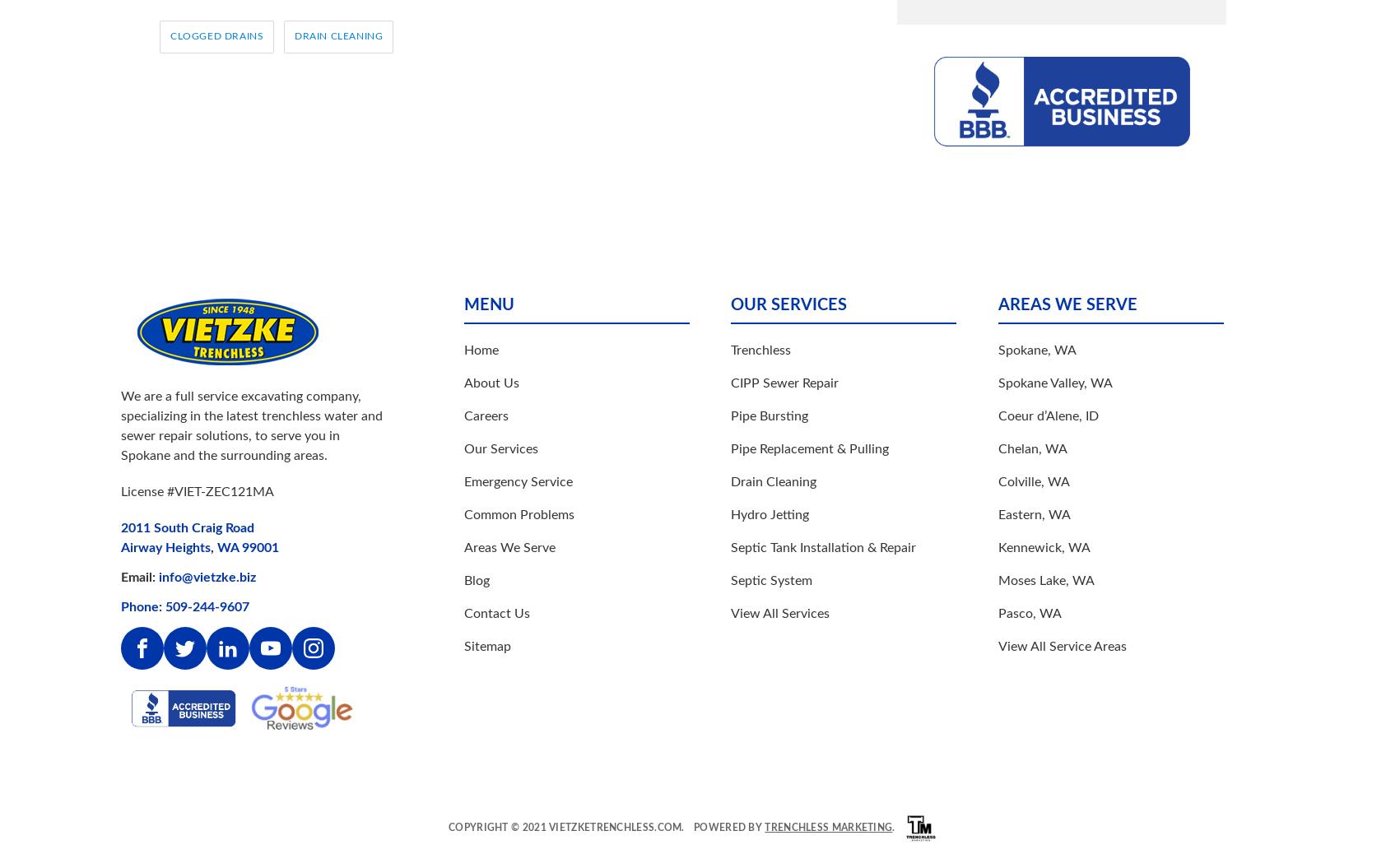 The image size is (1386, 868). Describe the element at coordinates (997, 579) in the screenshot. I see `'Moses Lake, WA'` at that location.